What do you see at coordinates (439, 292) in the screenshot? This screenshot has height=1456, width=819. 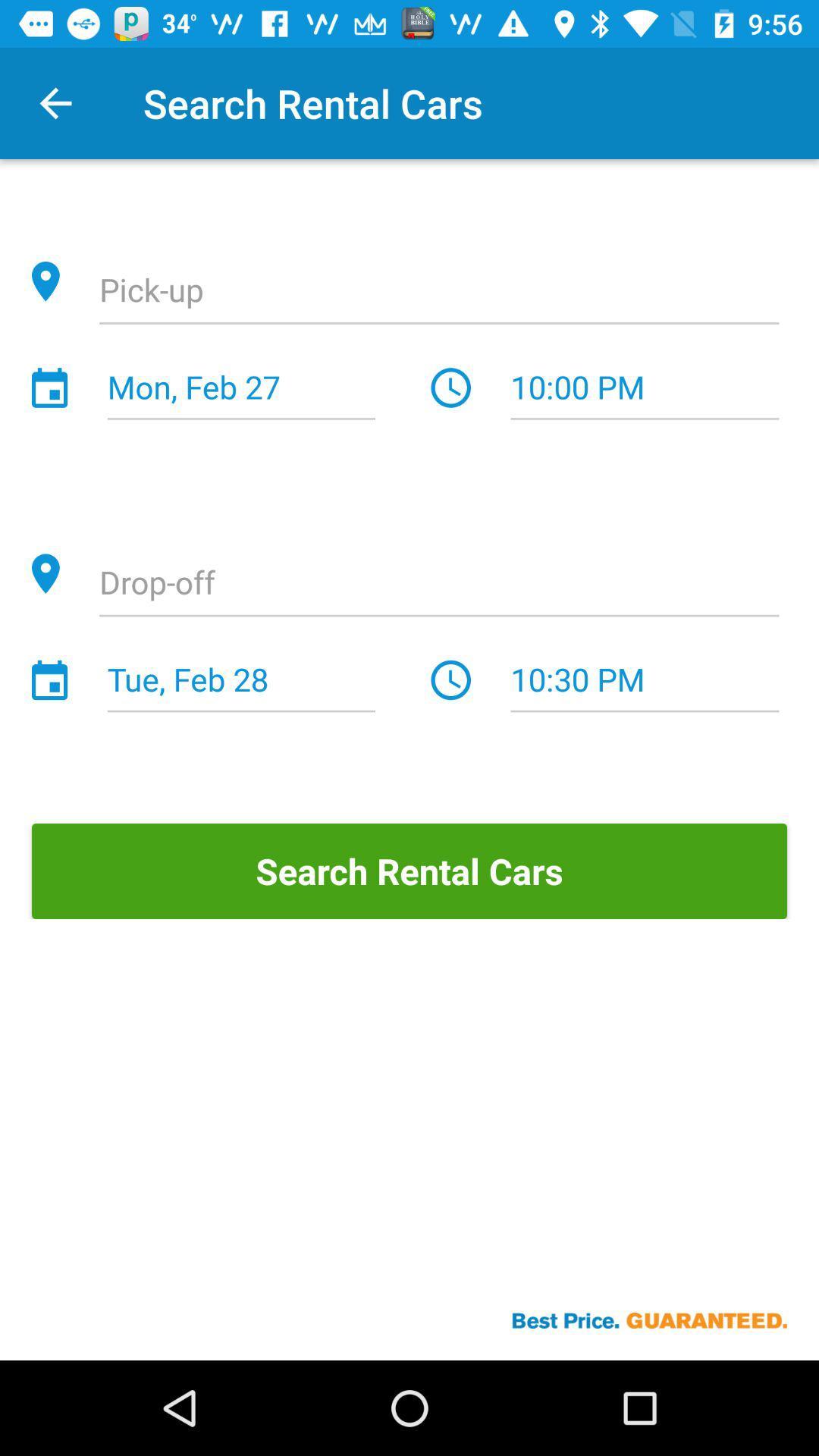 I see `icon above the mon, feb 27` at bounding box center [439, 292].